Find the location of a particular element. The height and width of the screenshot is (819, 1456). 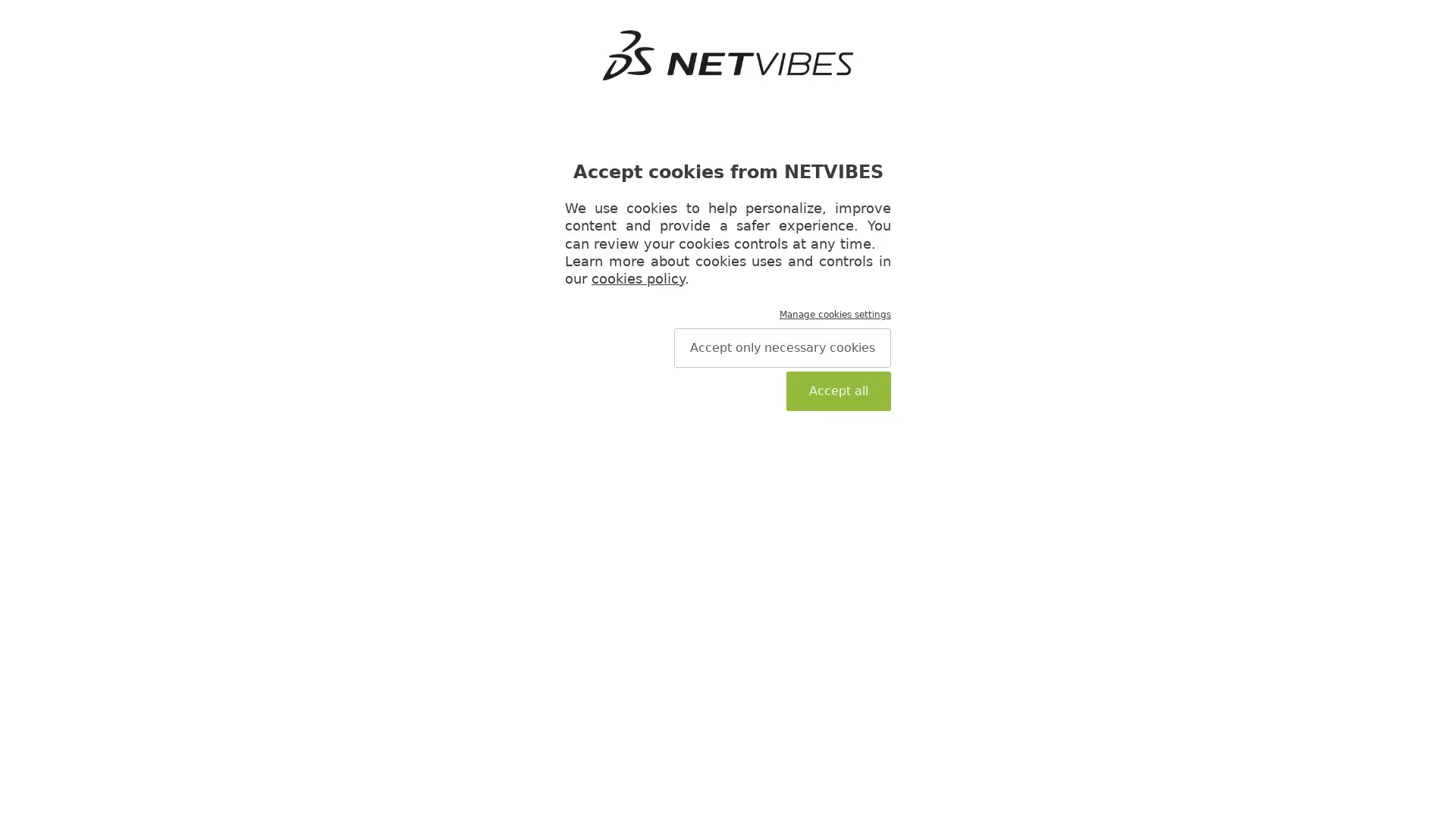

Accept all is located at coordinates (837, 390).